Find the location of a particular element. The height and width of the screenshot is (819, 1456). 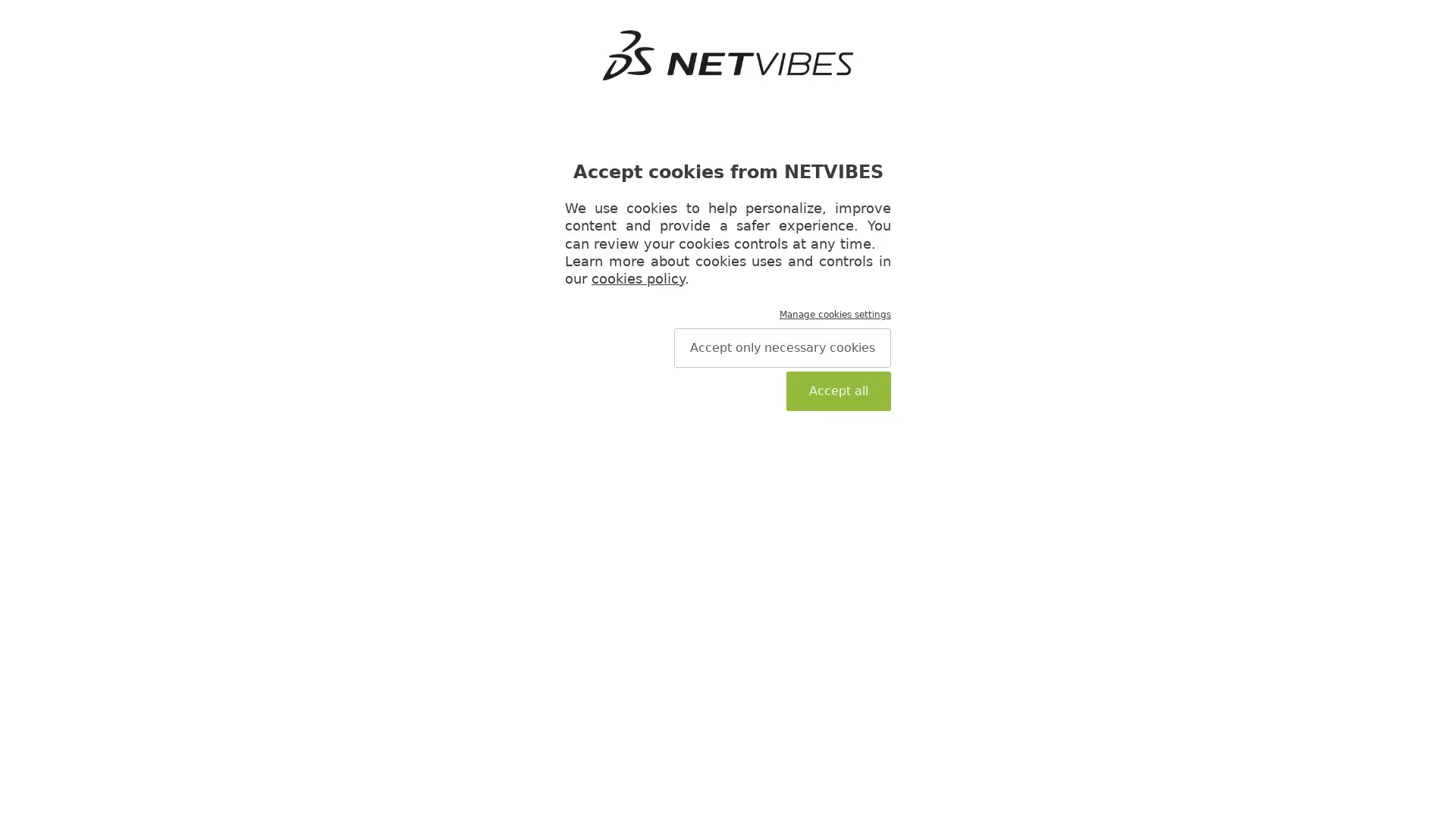

Accept all is located at coordinates (837, 390).